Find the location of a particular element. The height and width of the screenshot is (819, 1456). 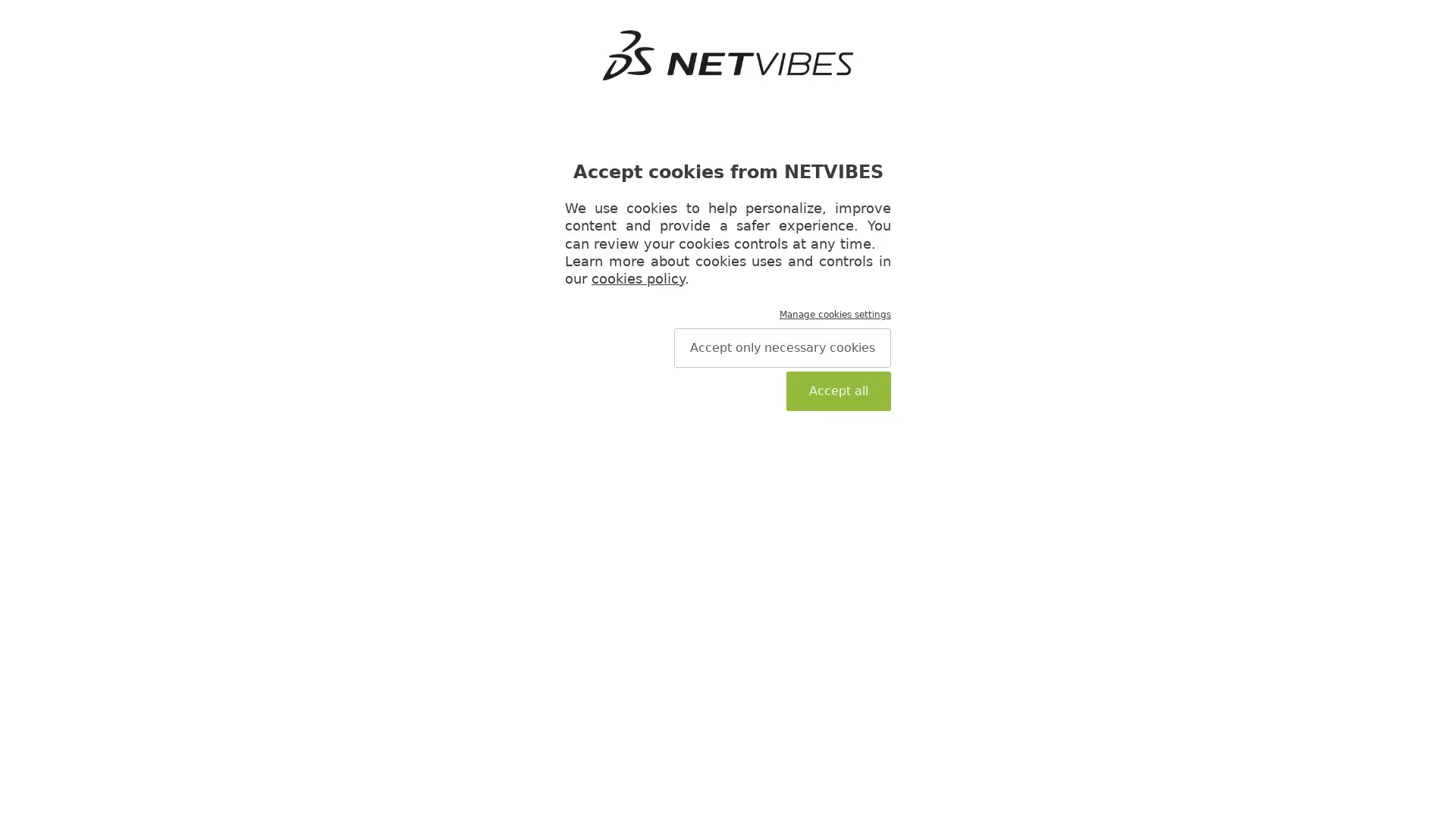

Accept all is located at coordinates (837, 390).